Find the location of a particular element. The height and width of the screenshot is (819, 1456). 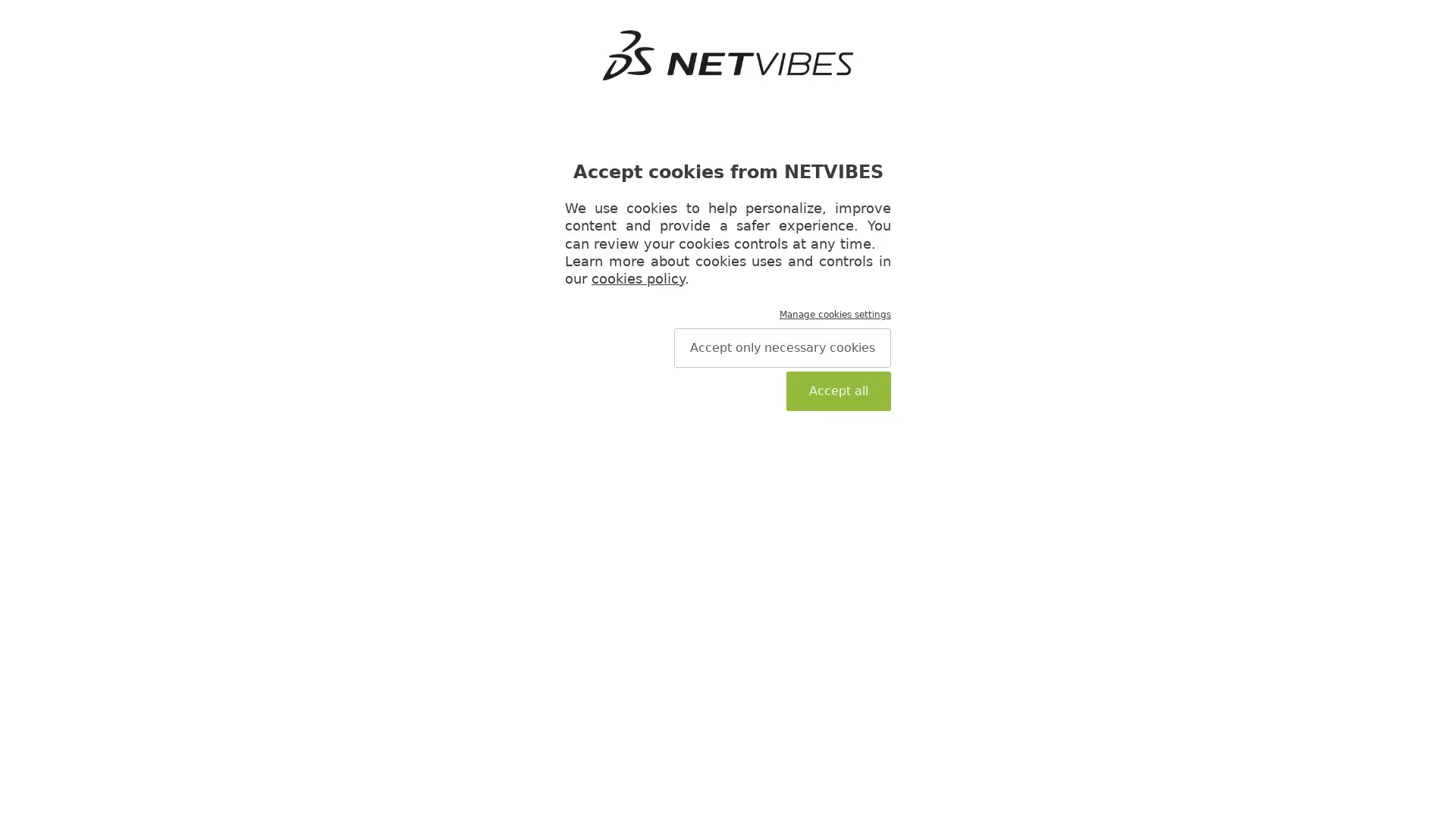

Accept all is located at coordinates (837, 390).